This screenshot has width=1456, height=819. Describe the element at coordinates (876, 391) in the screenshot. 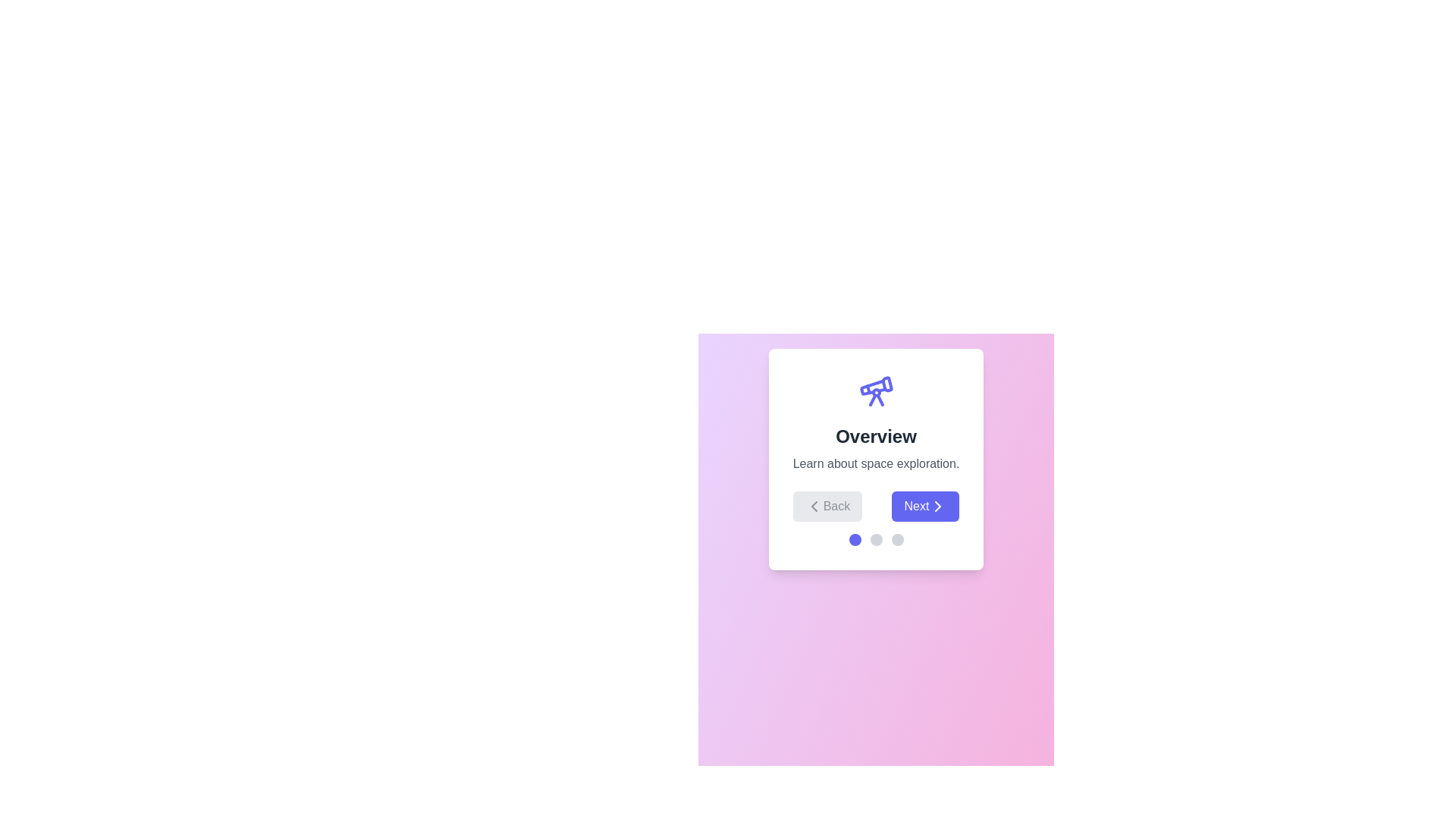

I see `the icon representing the current step to observe its details` at that location.